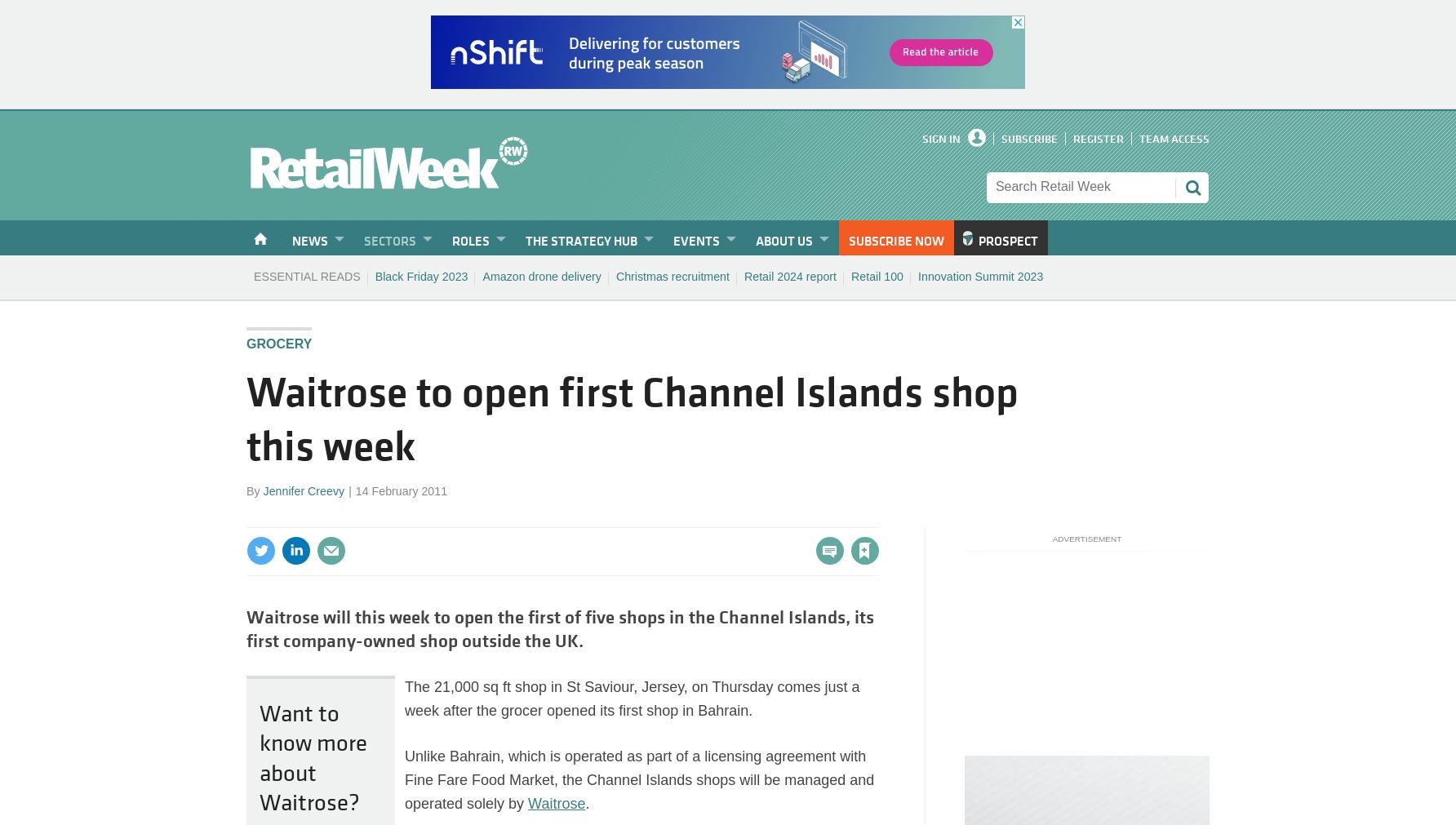 The width and height of the screenshot is (1456, 825). Describe the element at coordinates (686, 517) in the screenshot. I see `'Sign in'` at that location.